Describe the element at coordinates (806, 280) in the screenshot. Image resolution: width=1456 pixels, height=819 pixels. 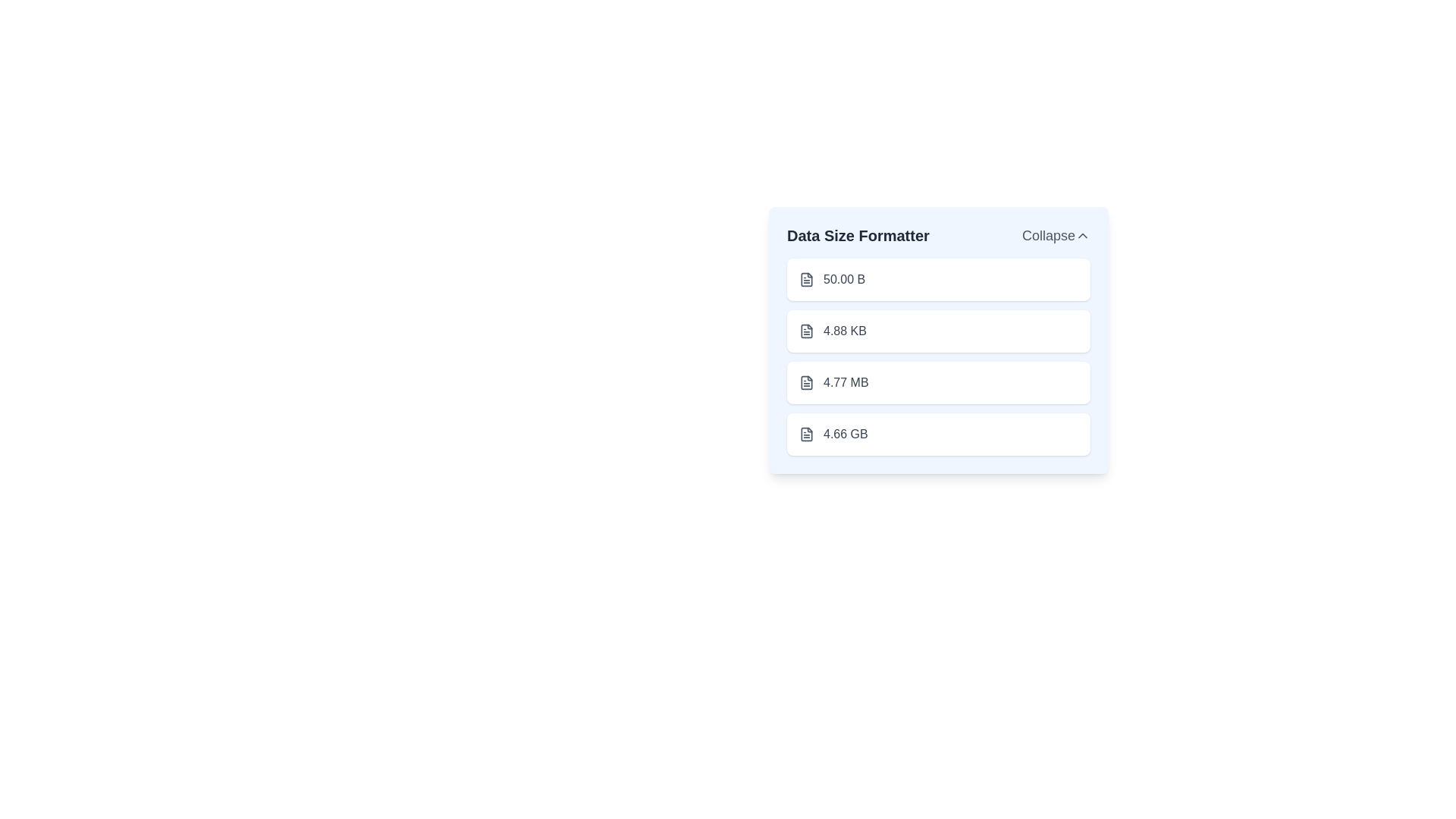
I see `the decorative vector icon located near the left side of the 'Data Size Formatter' section that prefixes the text '50.00 B'` at that location.